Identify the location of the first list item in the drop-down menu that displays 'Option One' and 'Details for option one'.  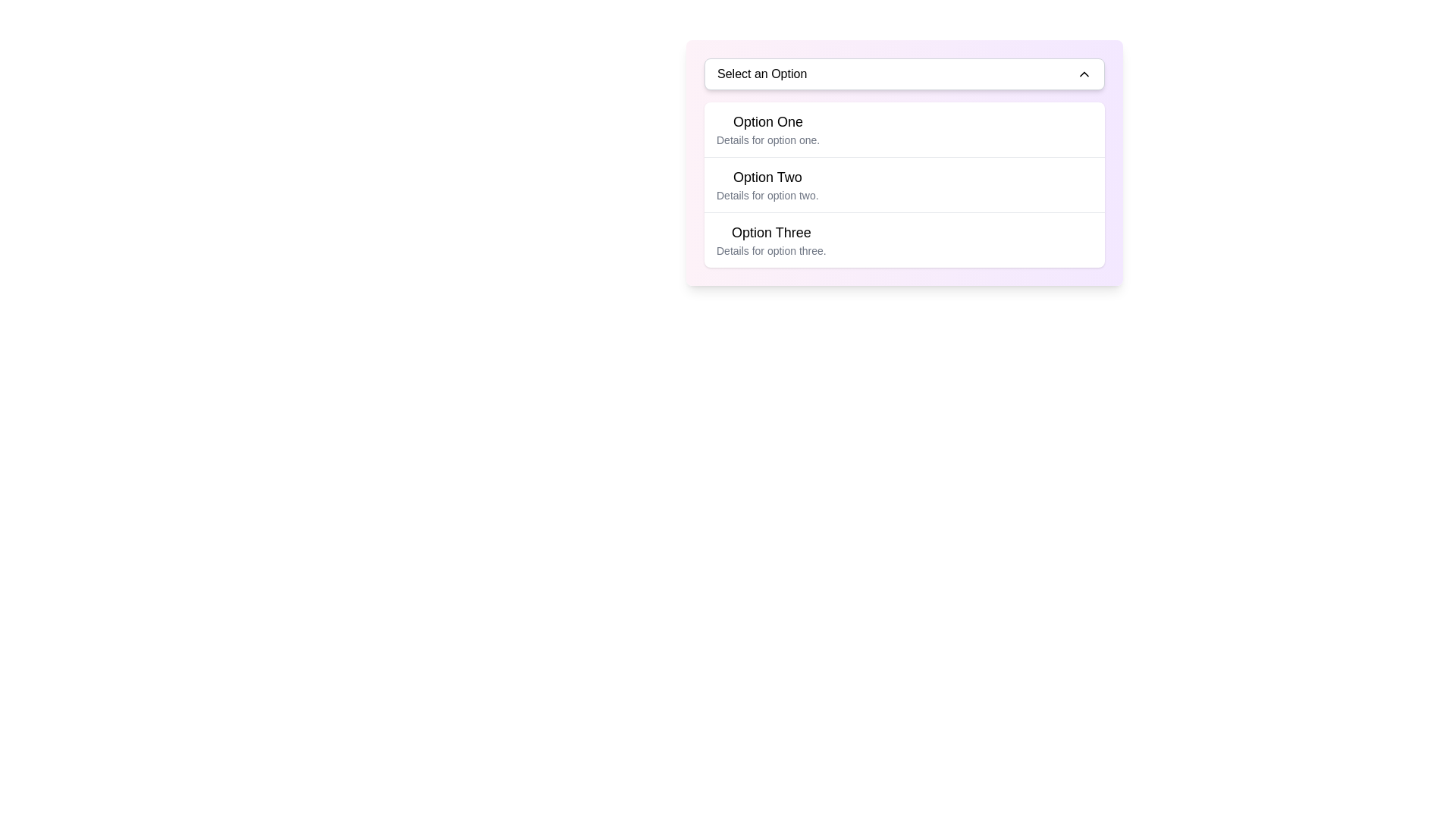
(905, 128).